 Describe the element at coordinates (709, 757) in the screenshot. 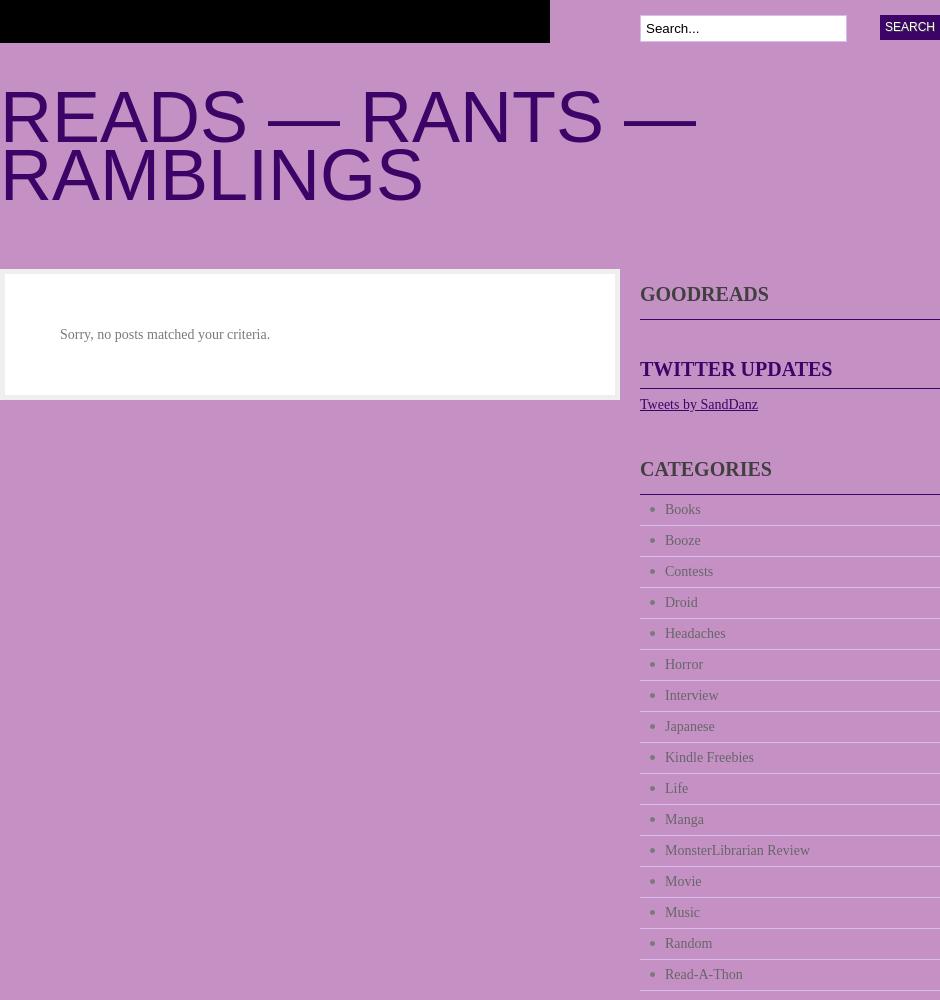

I see `'Kindle Freebies'` at that location.